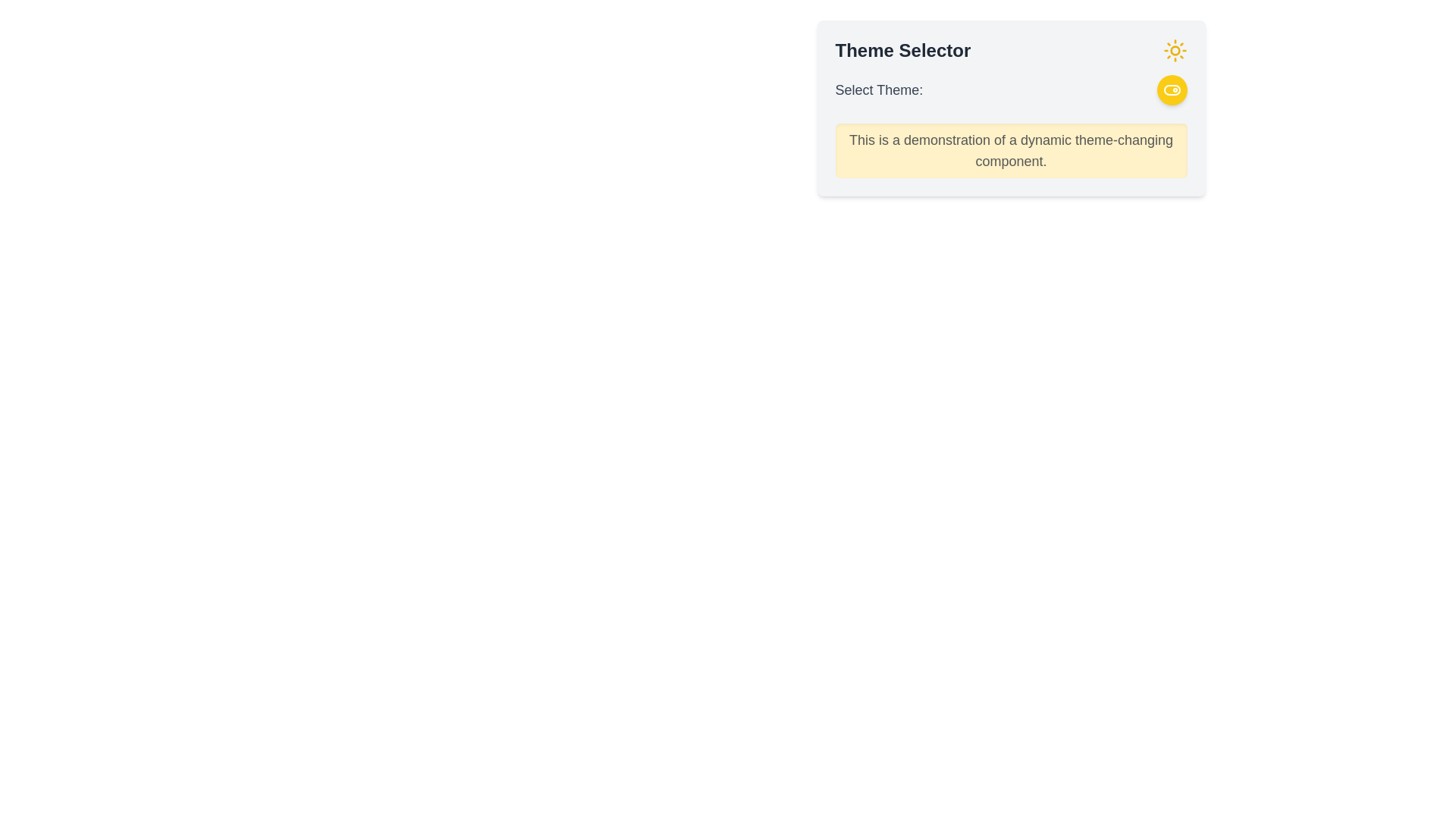 The image size is (1456, 819). I want to click on descriptive text displayed in the Text Box located at the bottom of the 'Theme Selector' panel, following the 'Select Theme:' subsection, so click(1011, 151).